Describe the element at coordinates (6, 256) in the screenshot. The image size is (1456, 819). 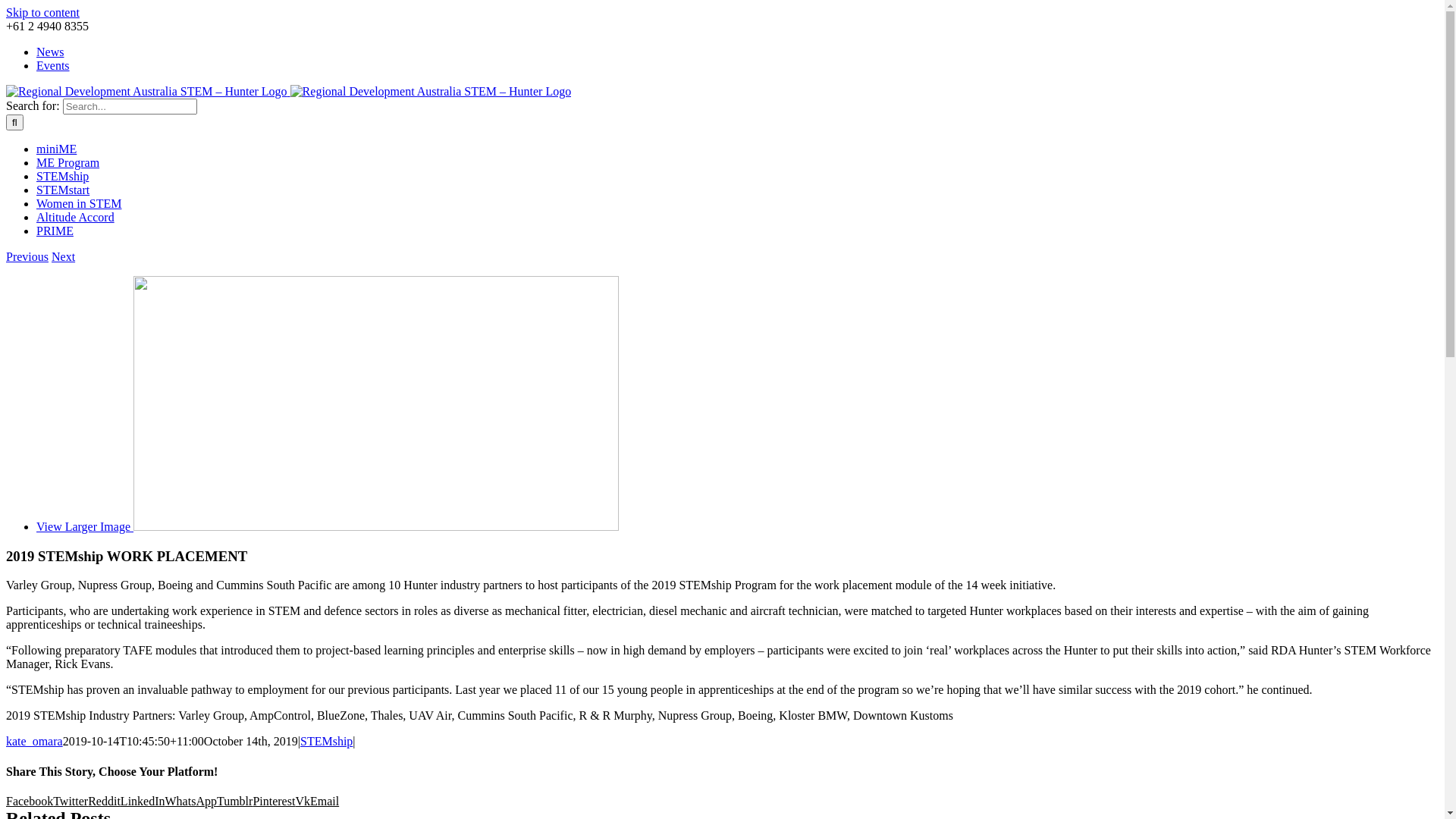
I see `'Previous'` at that location.